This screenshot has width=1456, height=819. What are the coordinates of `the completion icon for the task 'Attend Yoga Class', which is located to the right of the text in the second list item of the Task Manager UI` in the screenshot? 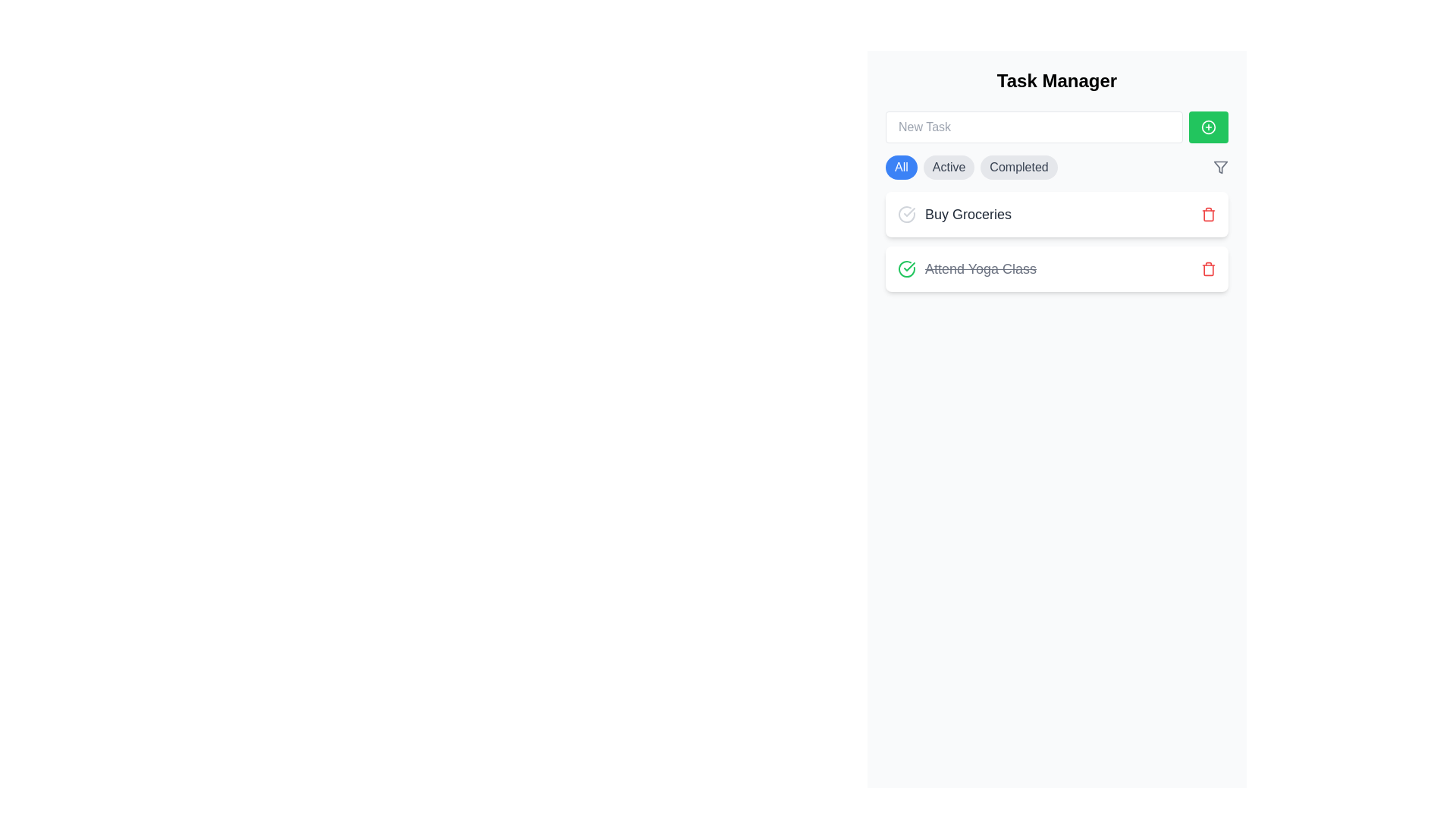 It's located at (909, 265).